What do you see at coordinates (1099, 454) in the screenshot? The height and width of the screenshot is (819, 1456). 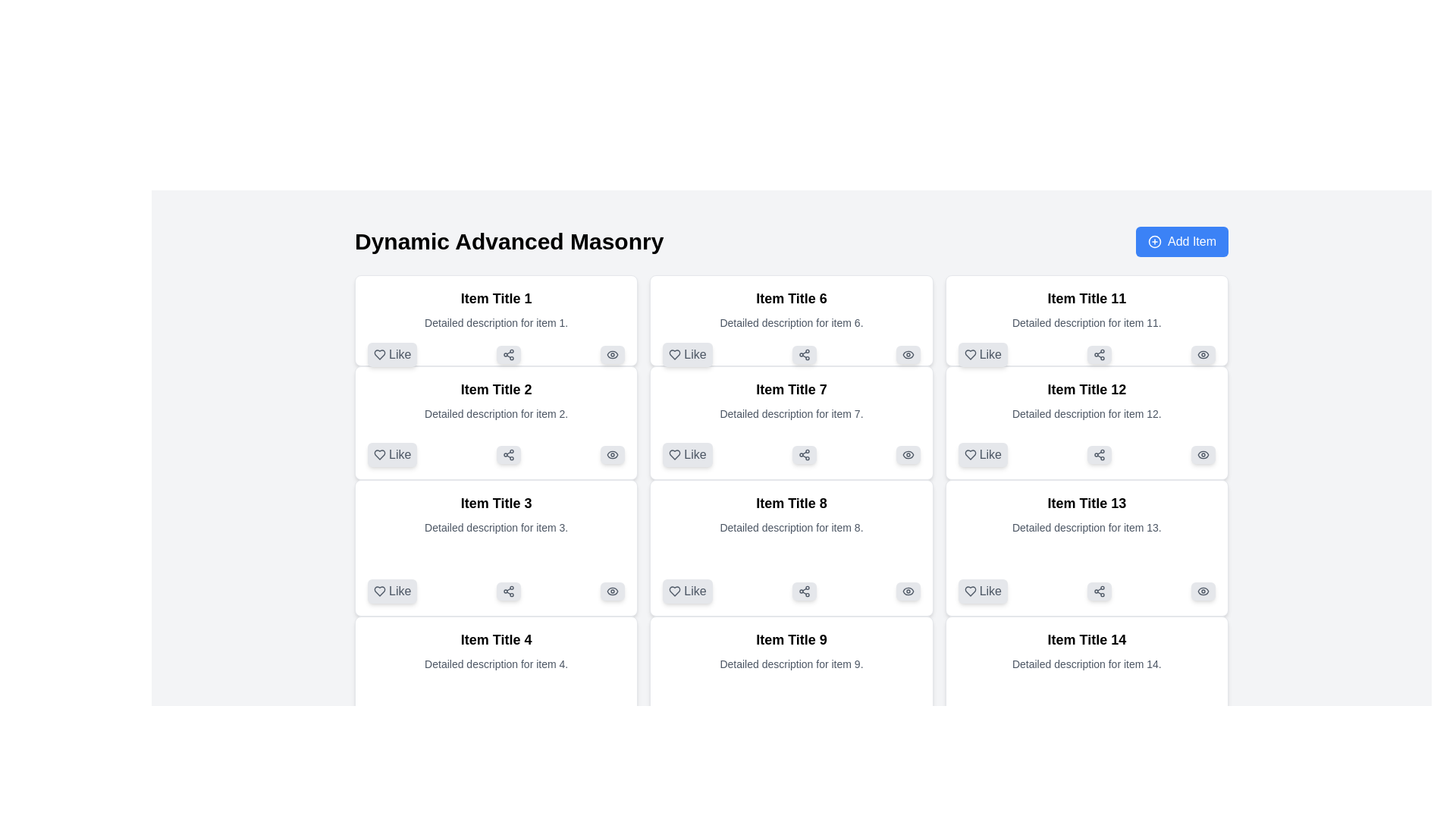 I see `the 'Share' button located at the bottom-right corner of the card with the title 'Item Title 12'` at bounding box center [1099, 454].